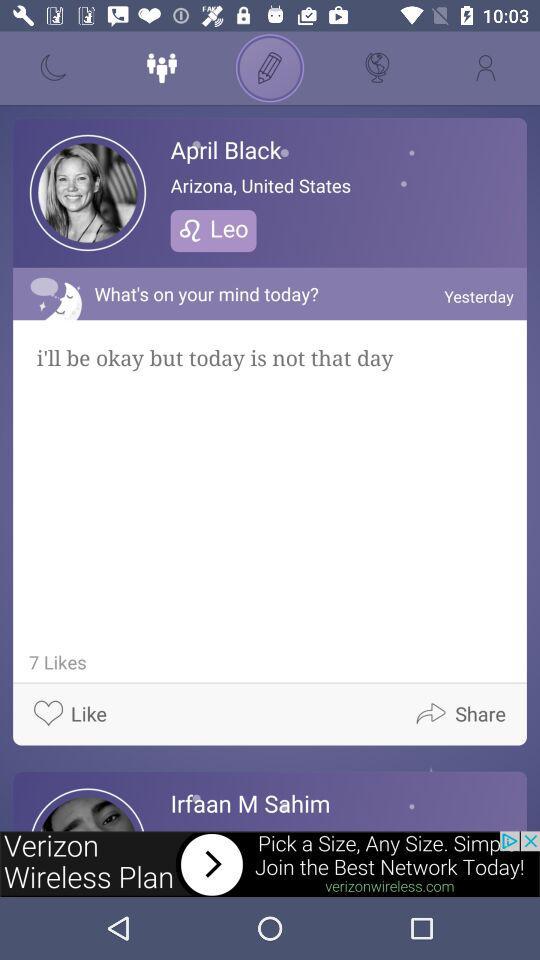 This screenshot has width=540, height=960. I want to click on first icon at top left, so click(54, 68).